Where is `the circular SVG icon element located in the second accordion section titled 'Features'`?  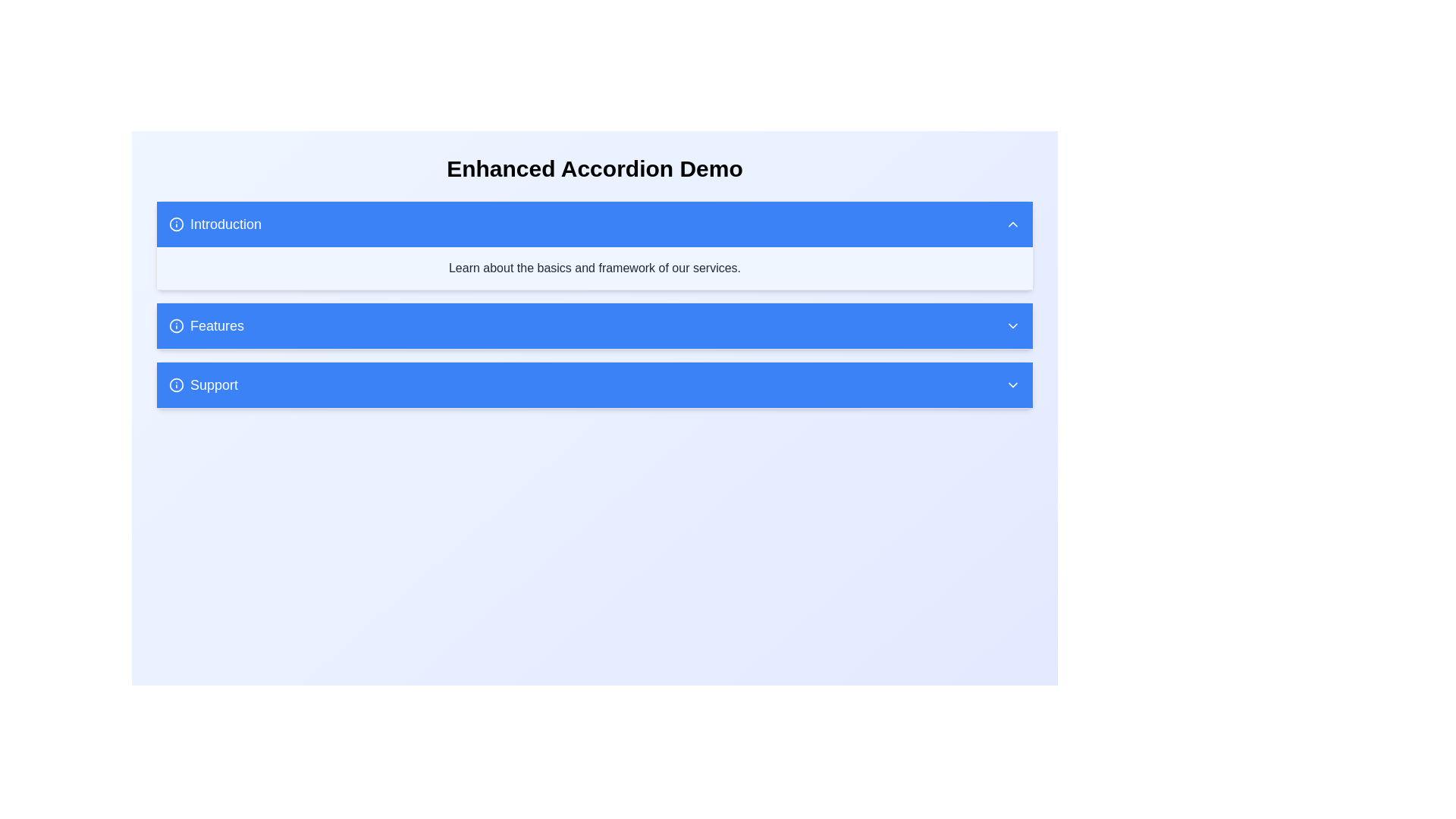 the circular SVG icon element located in the second accordion section titled 'Features' is located at coordinates (177, 325).